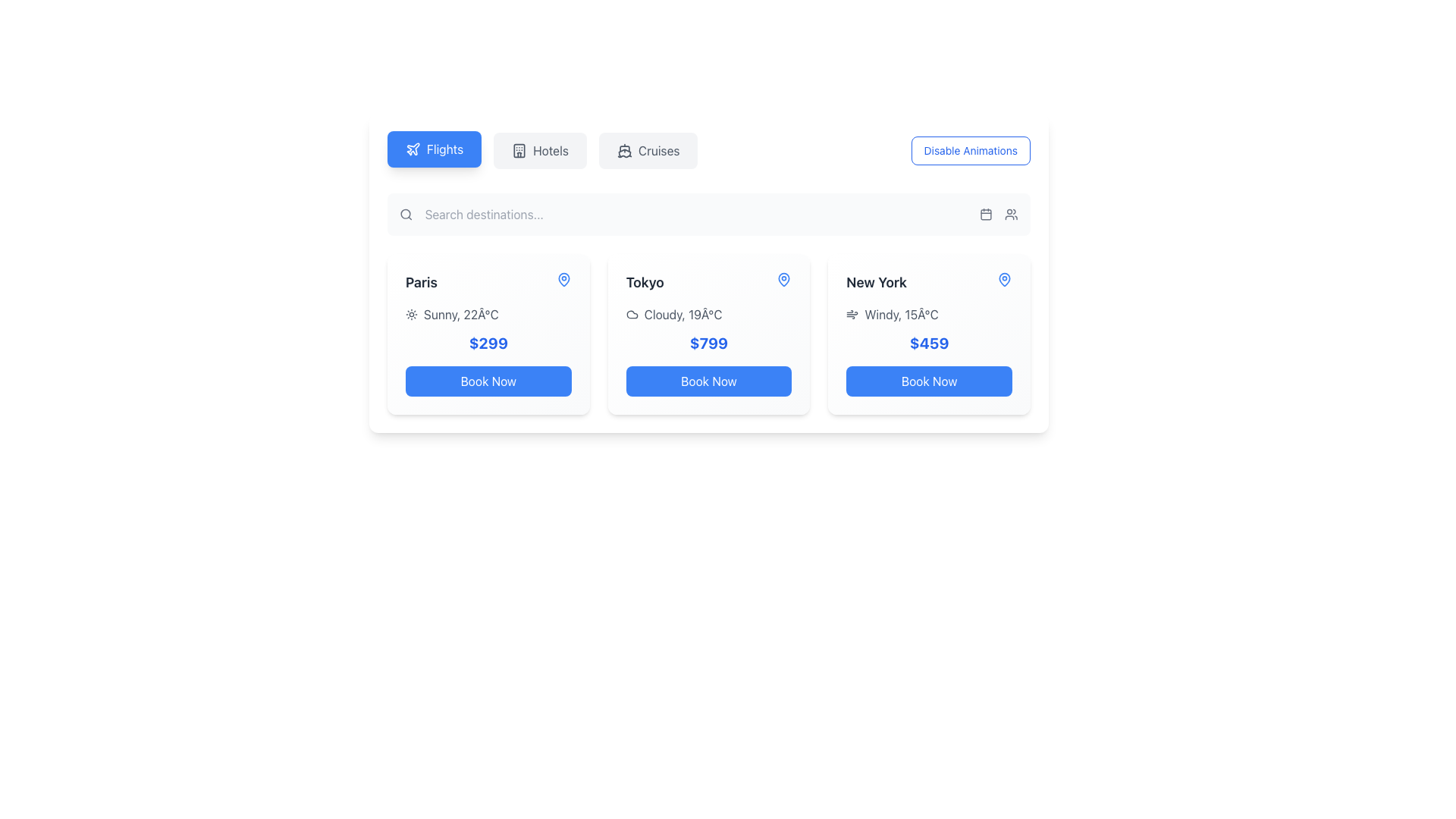 The width and height of the screenshot is (1456, 819). Describe the element at coordinates (928, 314) in the screenshot. I see `the Text label with an icon that displays the current weather condition and temperature for 'New York', positioned second from the top in the card's information hierarchy, directly above the price display ('$459')` at that location.